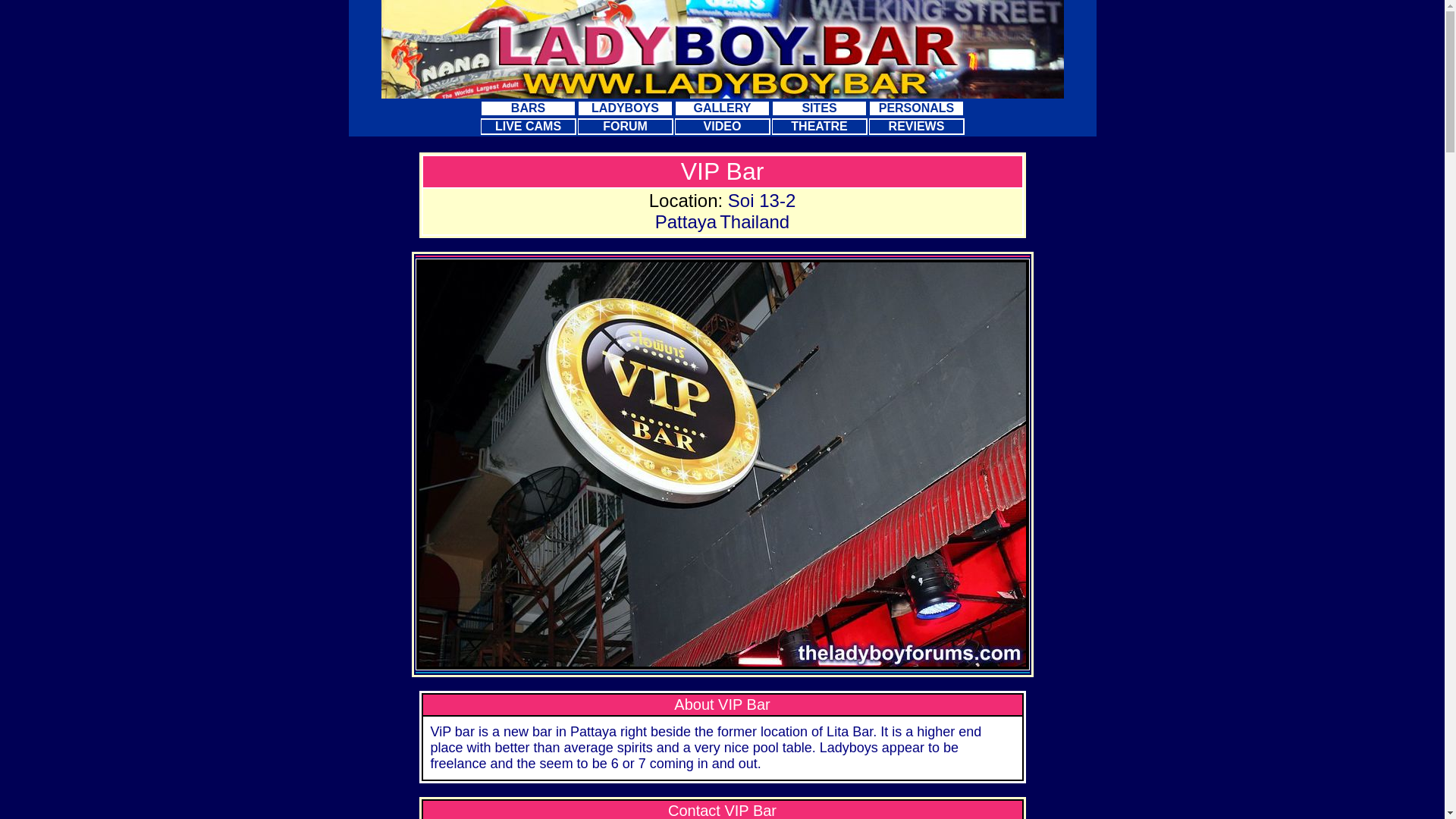  I want to click on 'LIVE CAMS', so click(528, 125).